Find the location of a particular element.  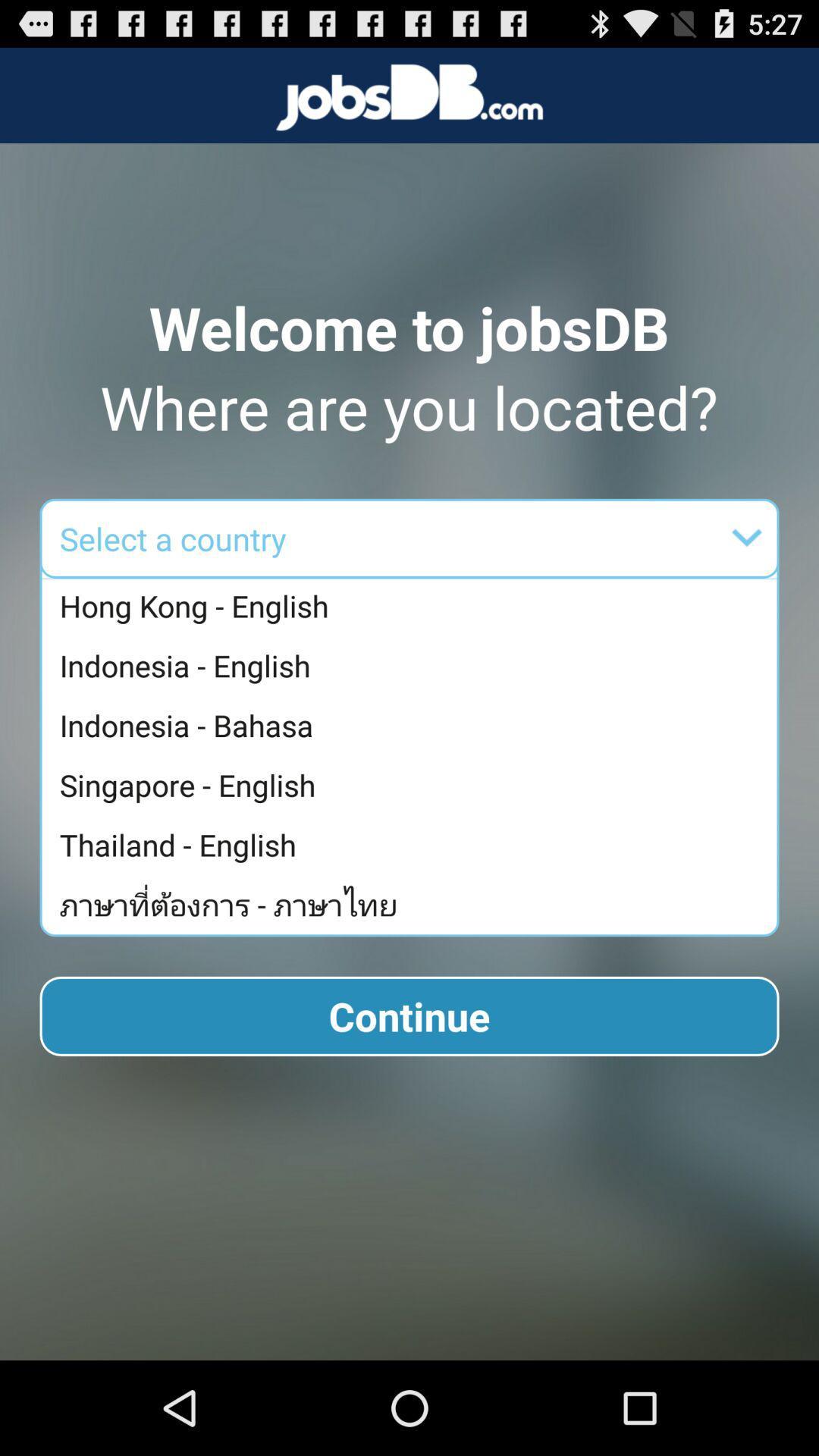

the icon below singapore - english app is located at coordinates (413, 844).